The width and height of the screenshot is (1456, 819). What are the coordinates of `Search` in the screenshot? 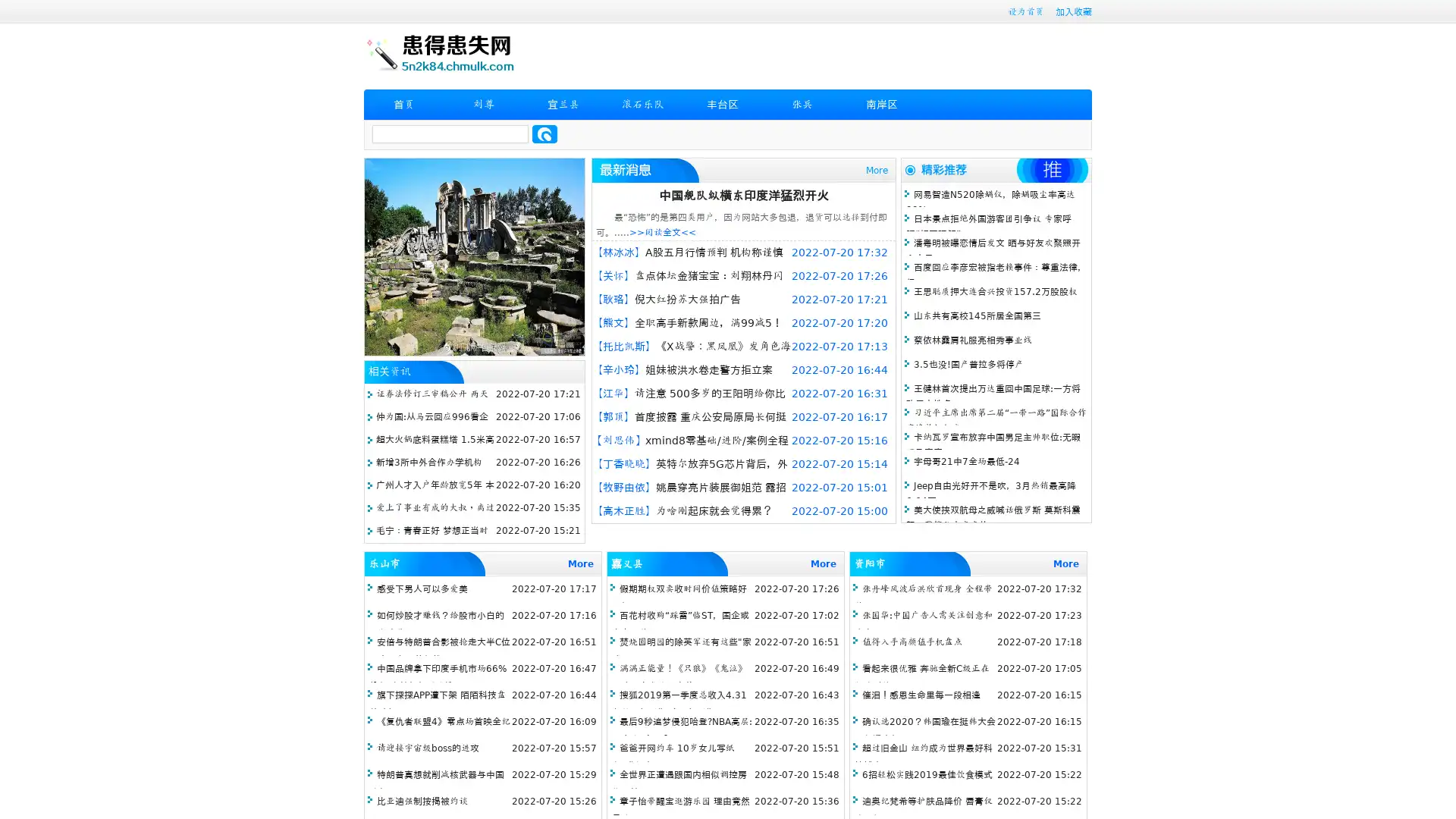 It's located at (544, 133).